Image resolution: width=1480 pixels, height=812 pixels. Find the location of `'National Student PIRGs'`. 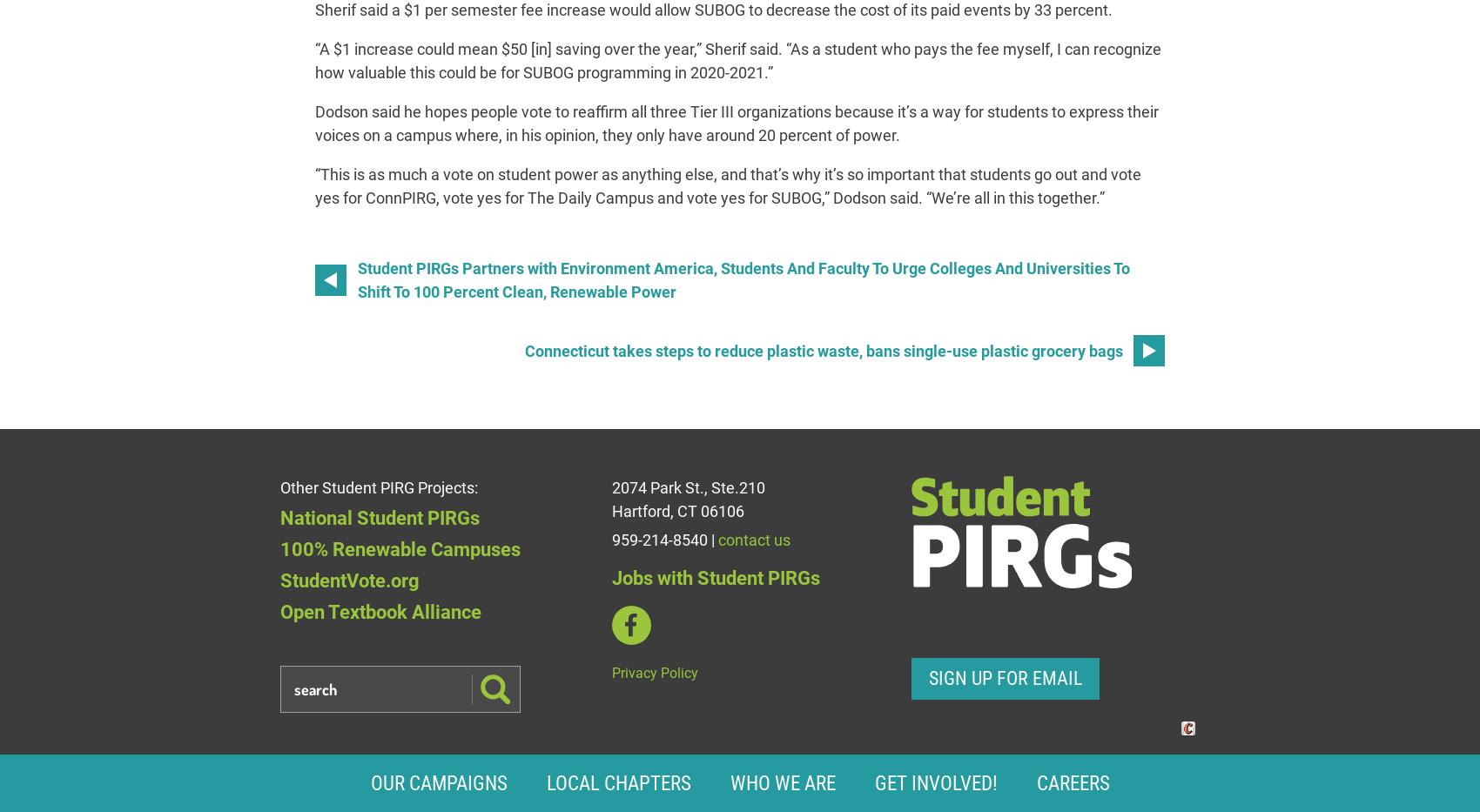

'National Student PIRGs' is located at coordinates (379, 517).